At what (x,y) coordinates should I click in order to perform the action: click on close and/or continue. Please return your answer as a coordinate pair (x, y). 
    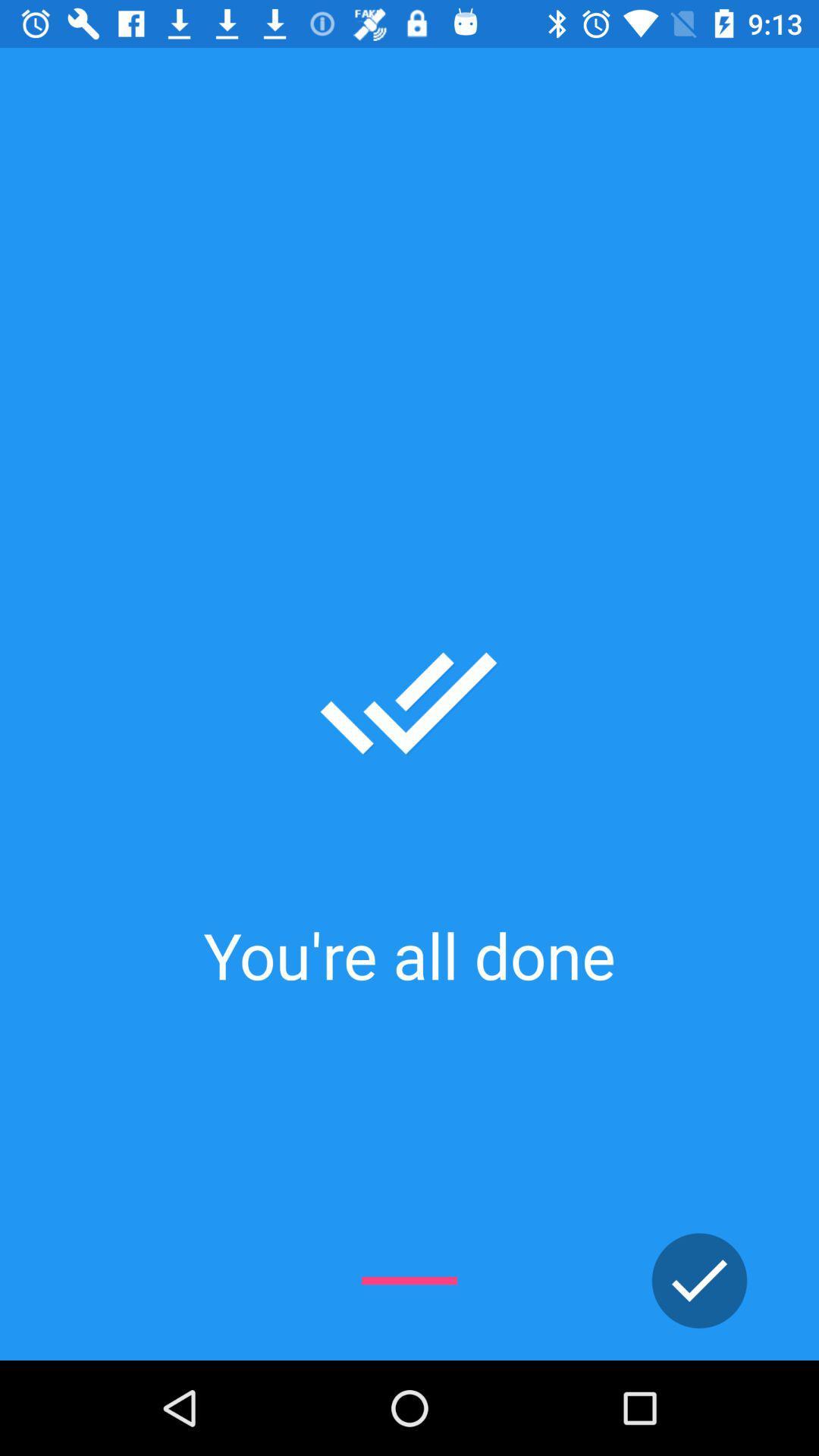
    Looking at the image, I should click on (699, 1280).